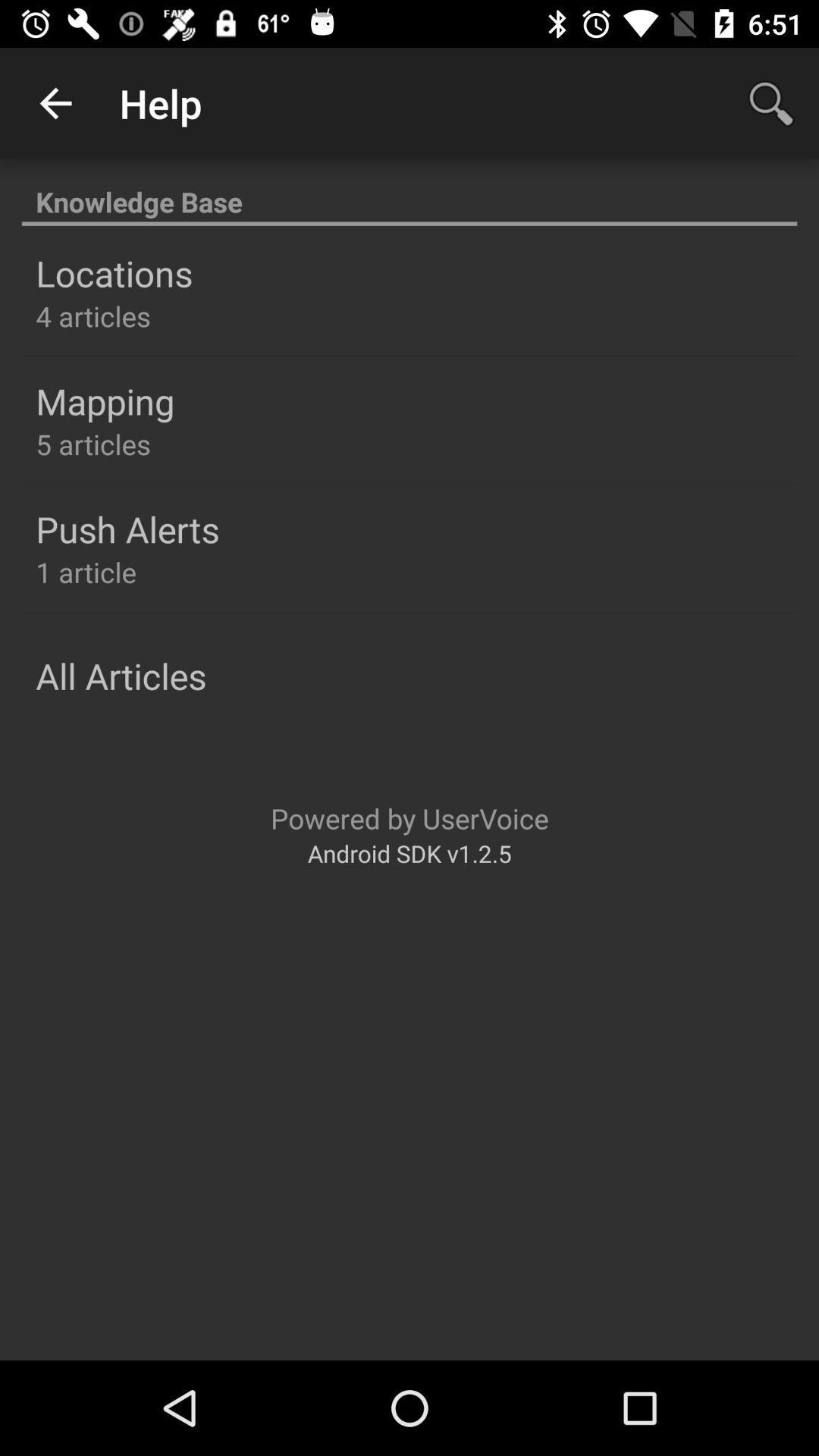 This screenshot has width=819, height=1456. What do you see at coordinates (120, 675) in the screenshot?
I see `the all articles icon` at bounding box center [120, 675].